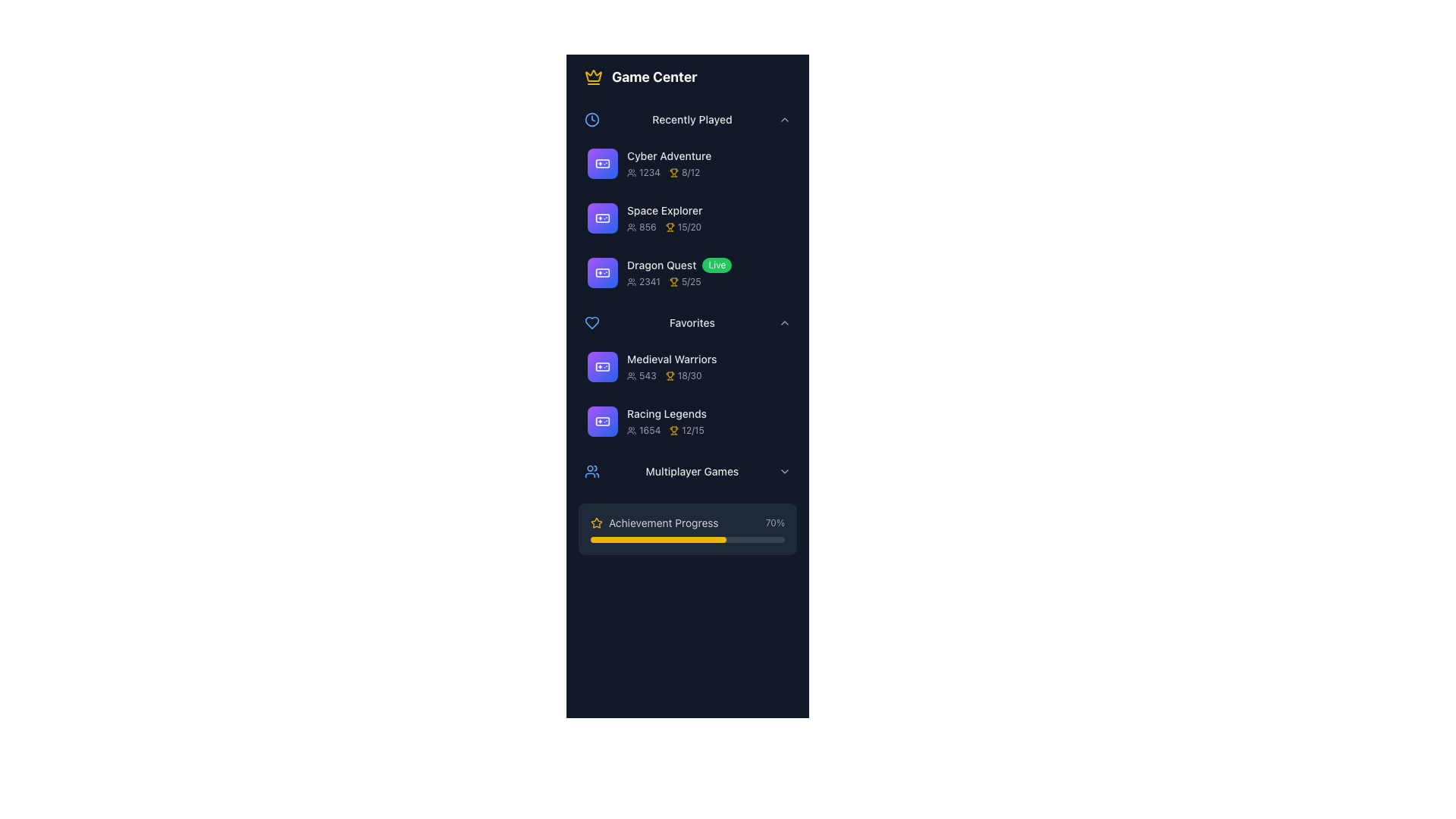 The height and width of the screenshot is (819, 1456). Describe the element at coordinates (671, 359) in the screenshot. I see `the 'Medieval Warriors' title label located under the 'Favorites' section` at that location.